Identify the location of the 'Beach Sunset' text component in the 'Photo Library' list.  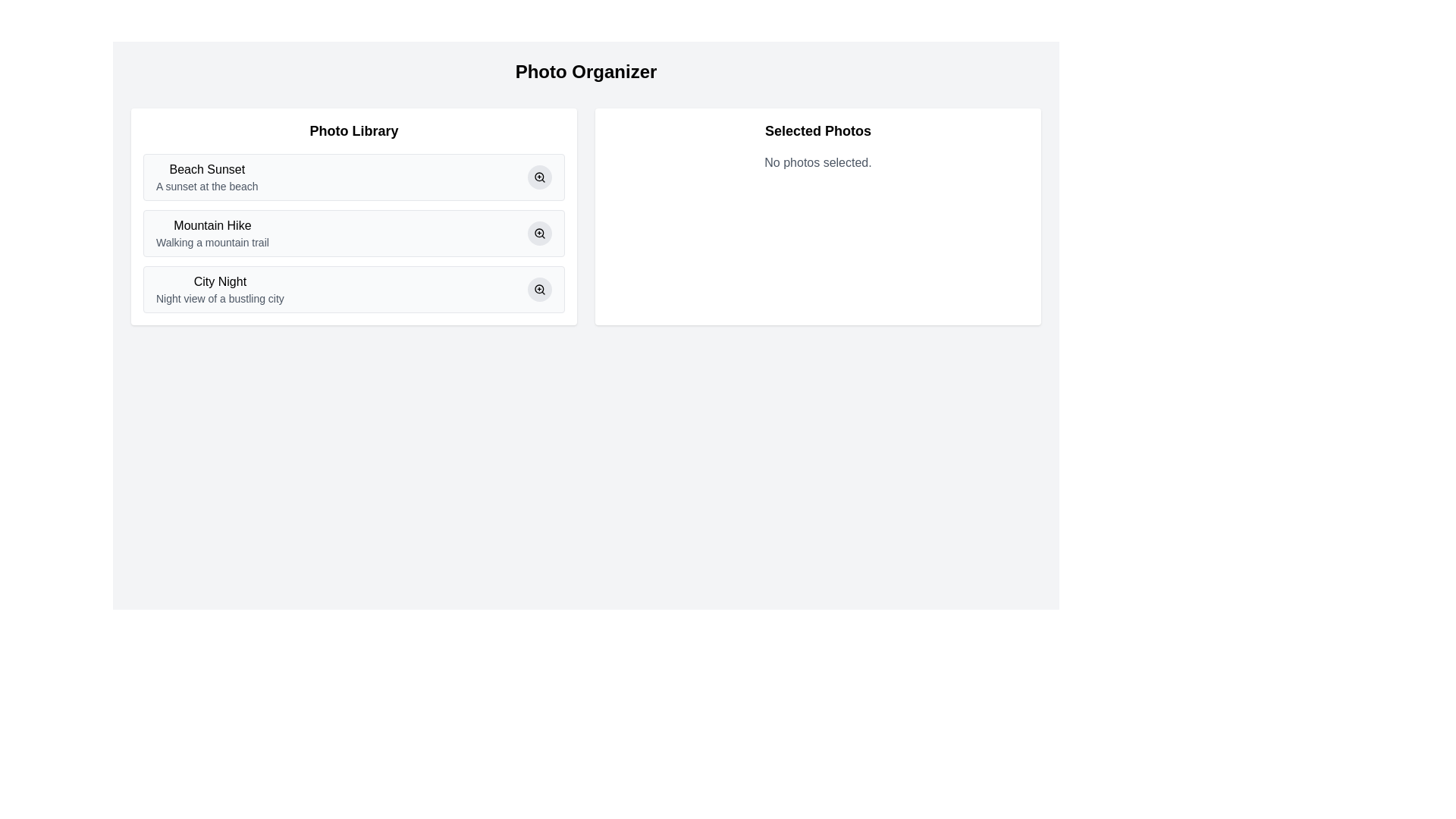
(206, 177).